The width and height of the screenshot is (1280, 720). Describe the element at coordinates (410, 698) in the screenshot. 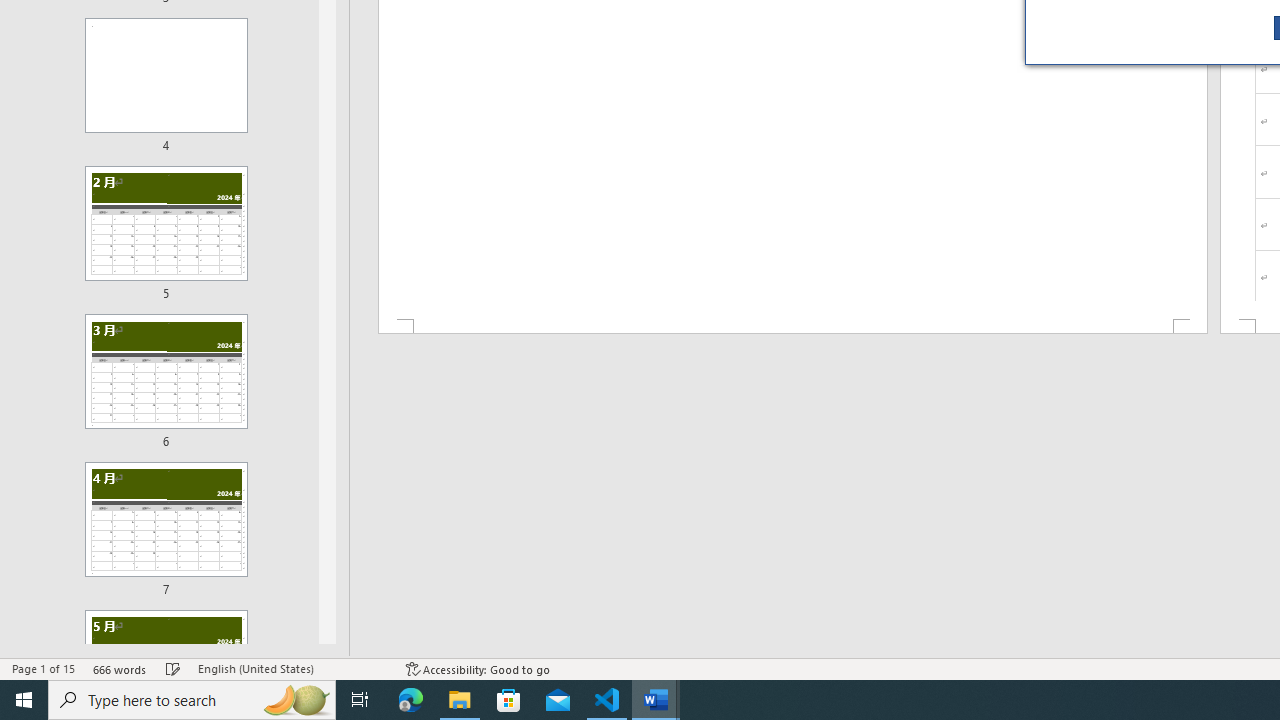

I see `'Microsoft Edge'` at that location.